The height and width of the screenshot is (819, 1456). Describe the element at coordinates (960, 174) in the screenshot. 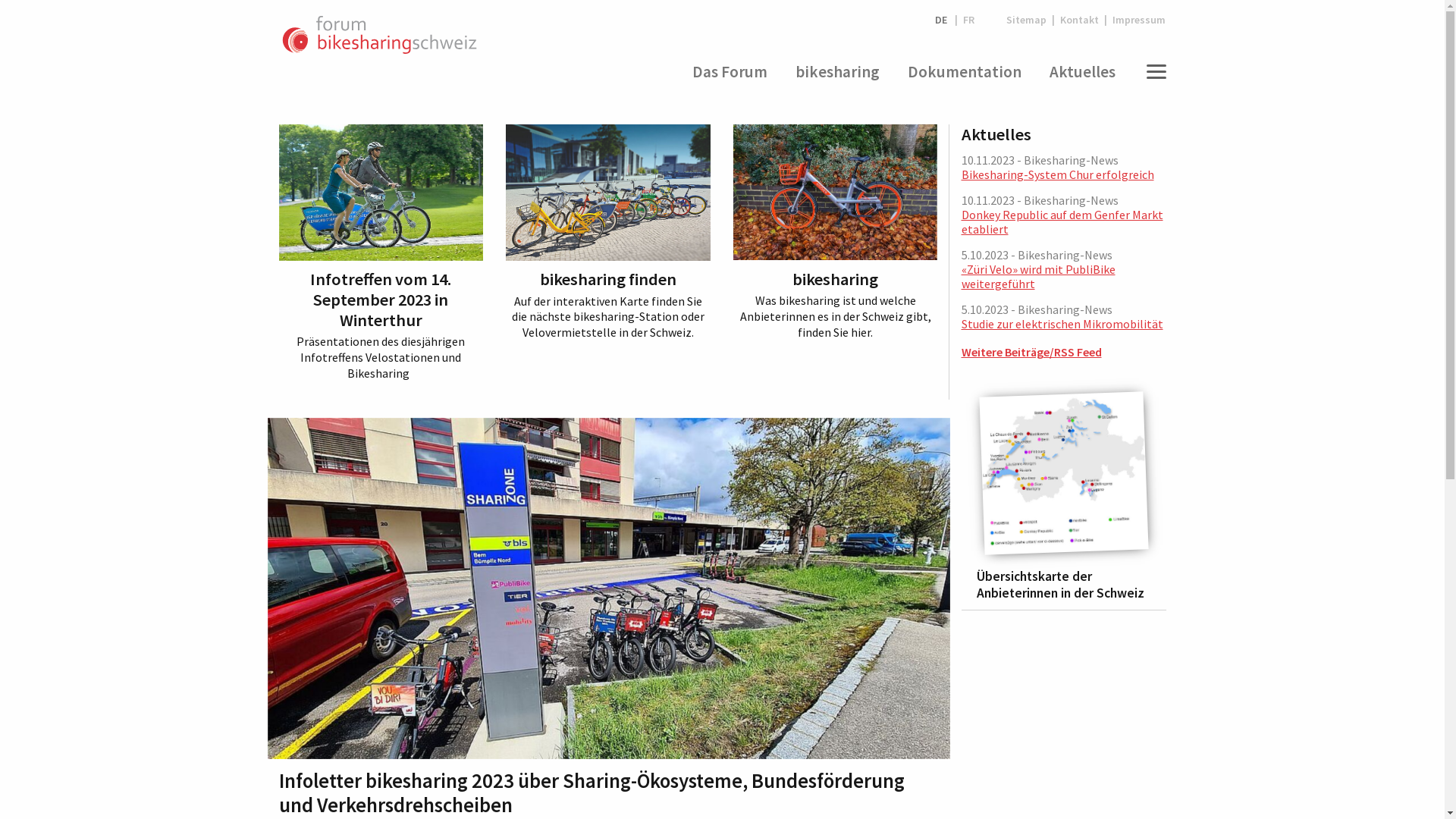

I see `'Bikesharing-System Chur erfolgreich'` at that location.